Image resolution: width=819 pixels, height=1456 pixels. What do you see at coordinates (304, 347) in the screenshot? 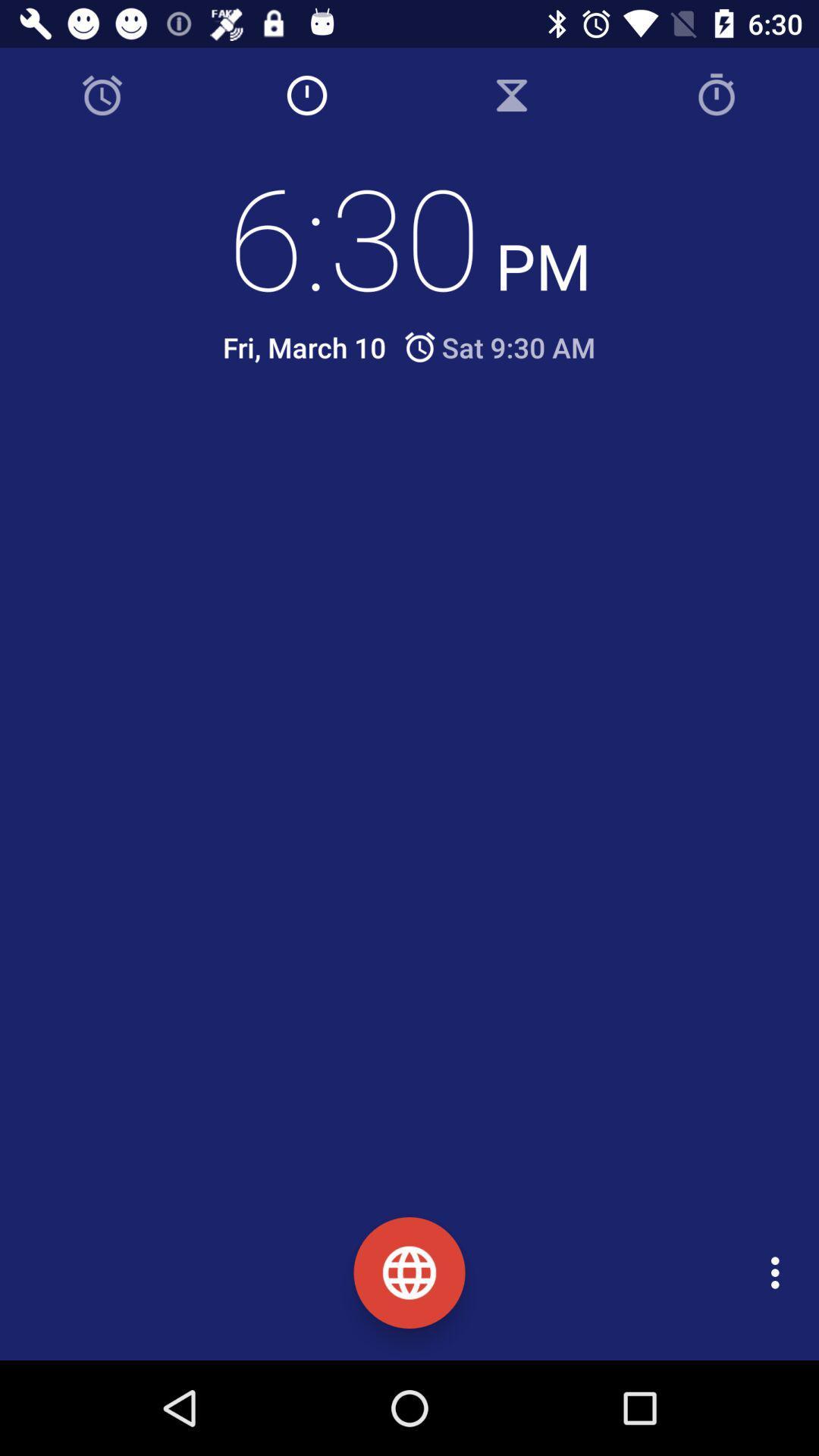
I see `the icon next to the sat 9 30 icon` at bounding box center [304, 347].